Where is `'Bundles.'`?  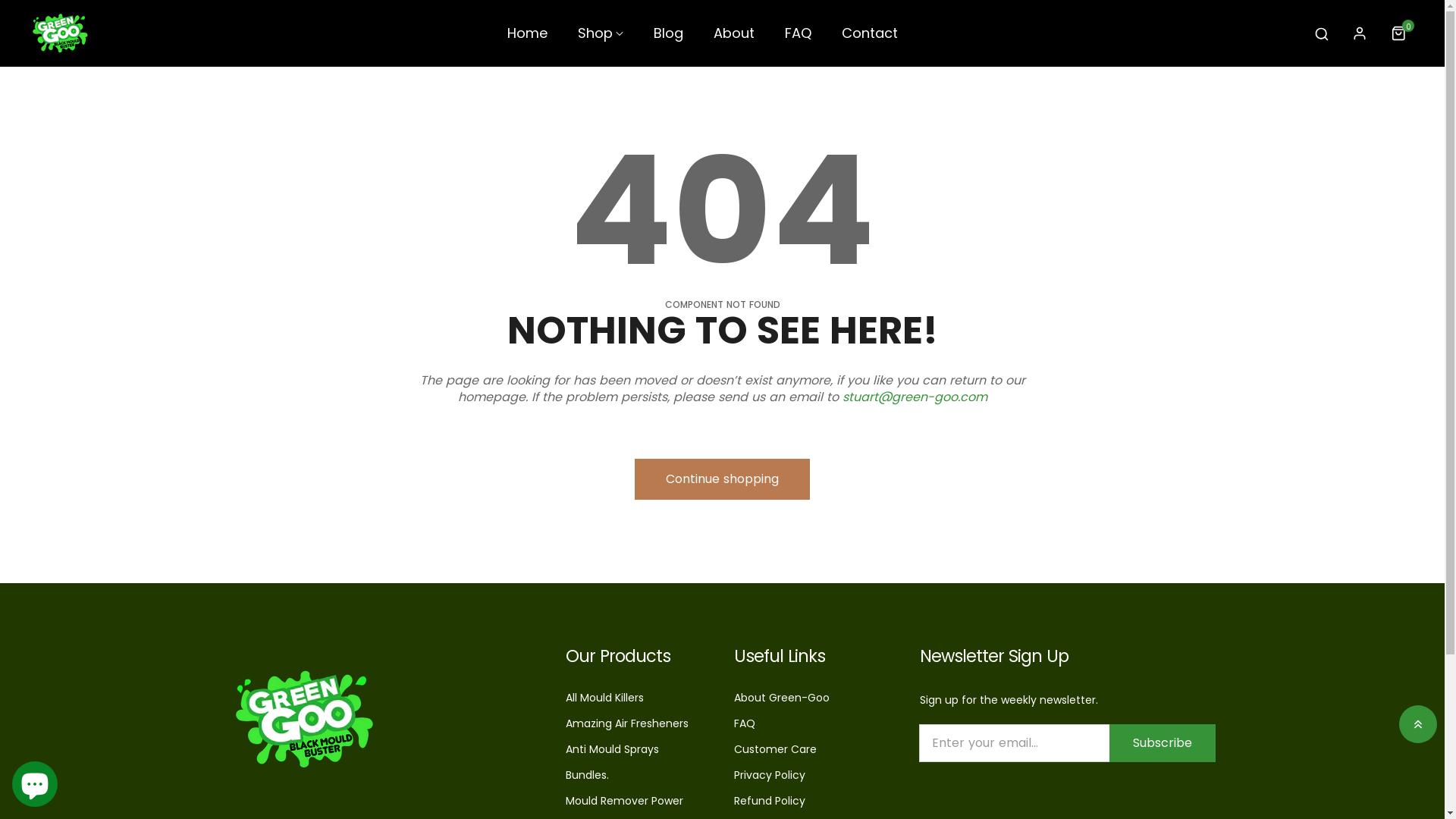 'Bundles.' is located at coordinates (564, 775).